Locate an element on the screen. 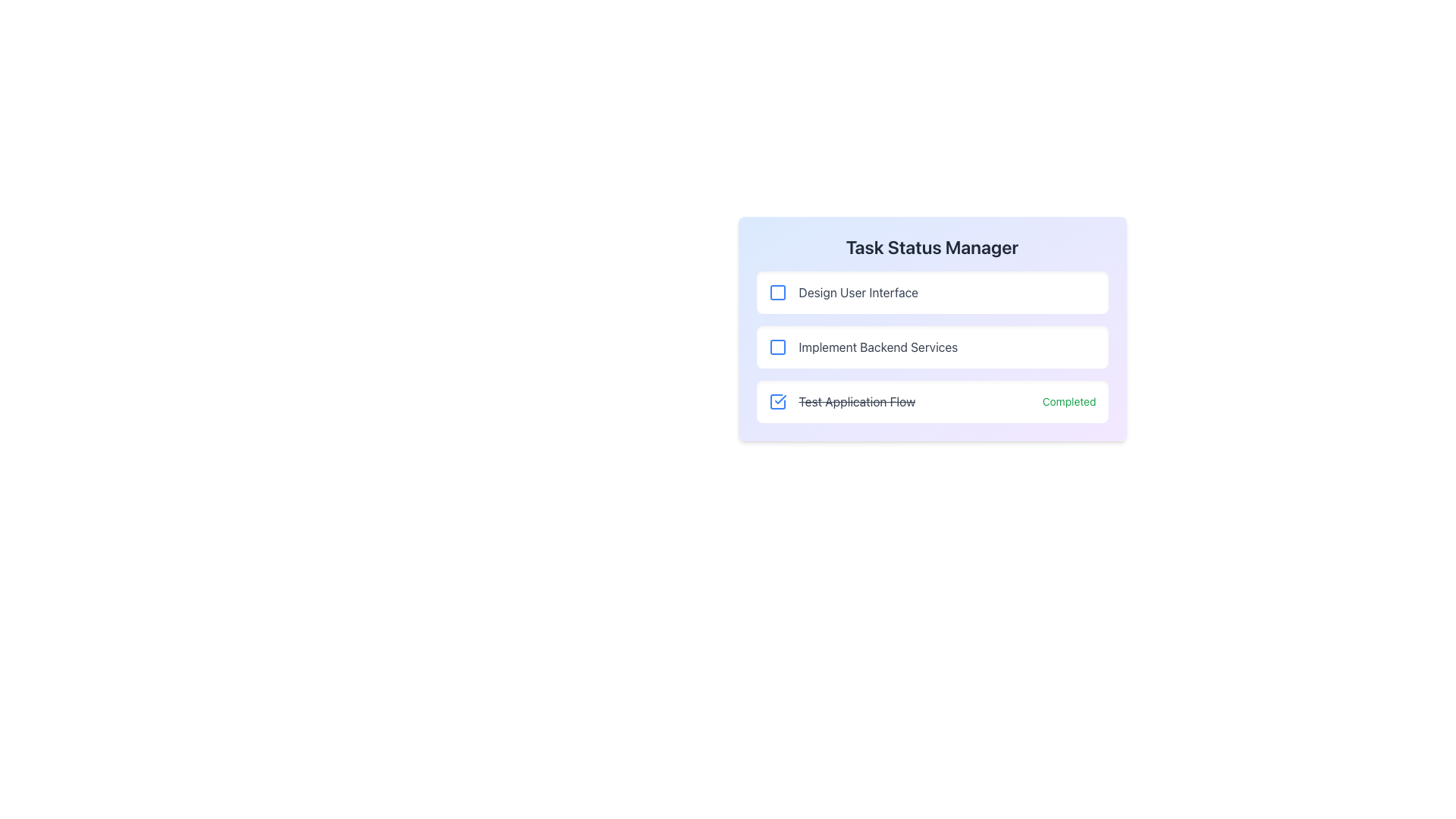 Image resolution: width=1456 pixels, height=819 pixels. the text label displaying 'Completed' which indicates the status of the task 'Test Application Flow' in green color is located at coordinates (1068, 400).